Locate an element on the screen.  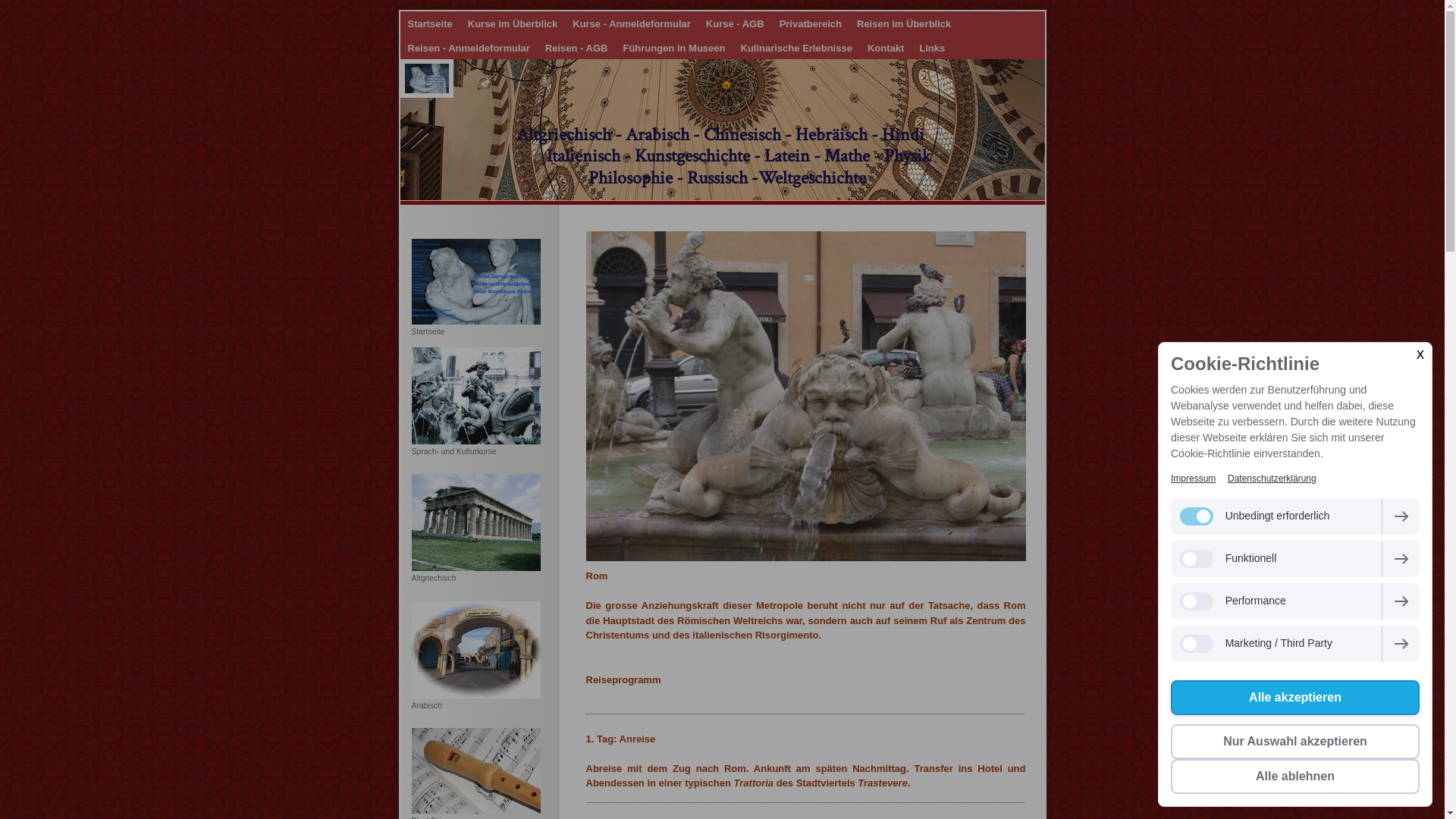
'Kontakt' is located at coordinates (859, 46).